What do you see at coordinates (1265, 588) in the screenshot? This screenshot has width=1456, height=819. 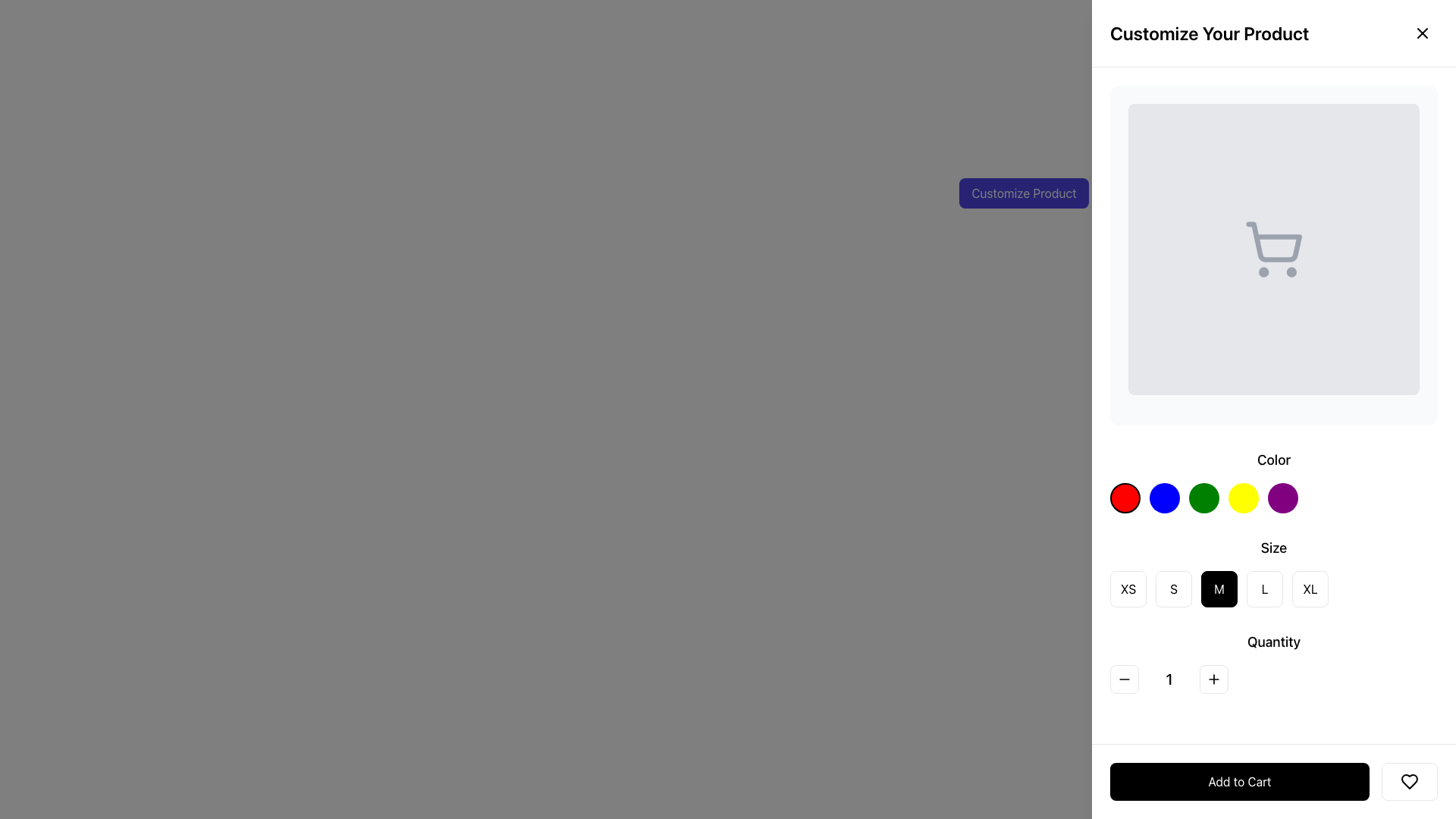 I see `the button labeled 'L', which is a square button with rounded corners, light gray border, and white background, containing the character 'L' in black, located in the 'Size' section of the product customization panel` at bounding box center [1265, 588].